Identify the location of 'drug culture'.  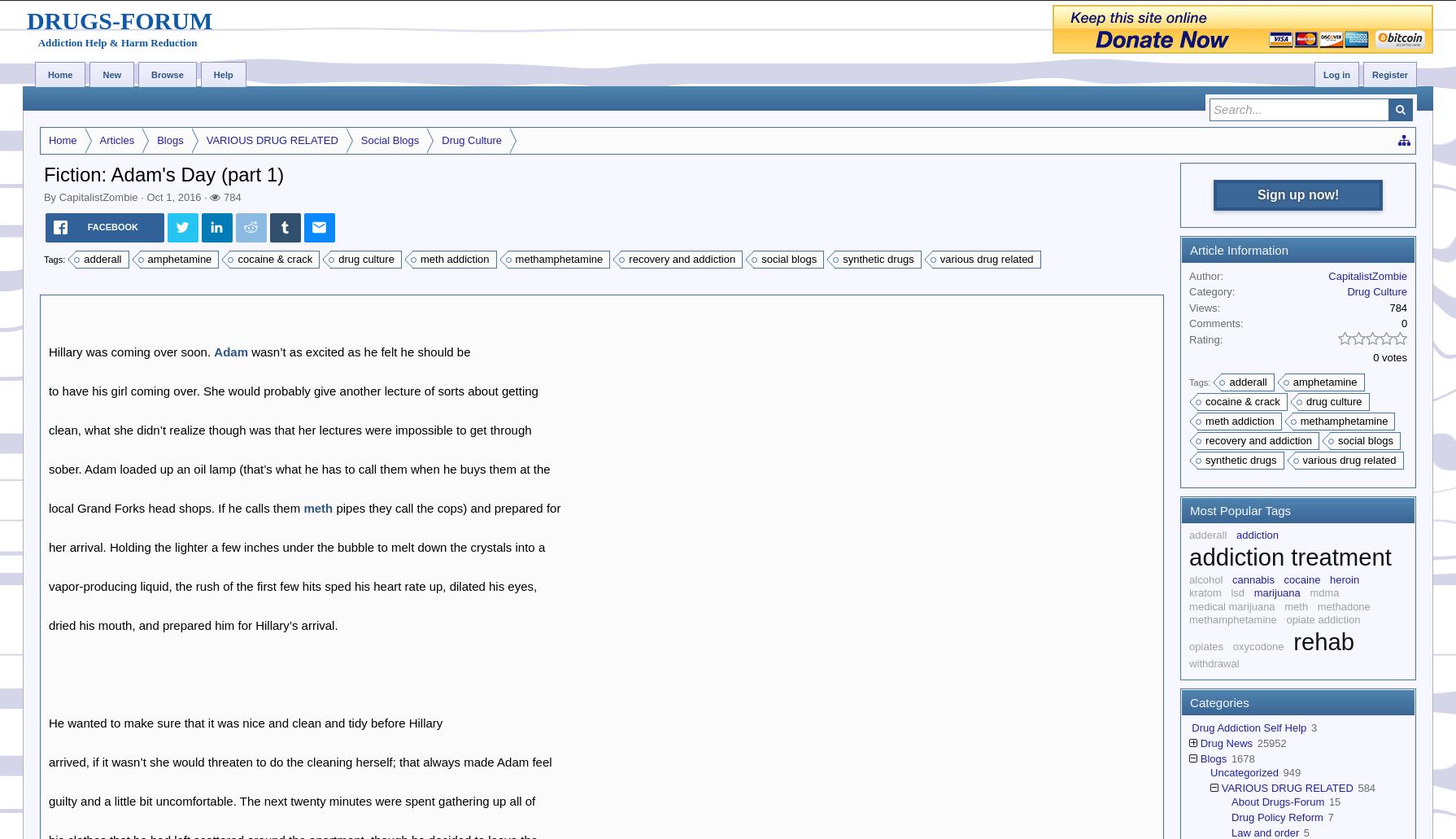
(365, 257).